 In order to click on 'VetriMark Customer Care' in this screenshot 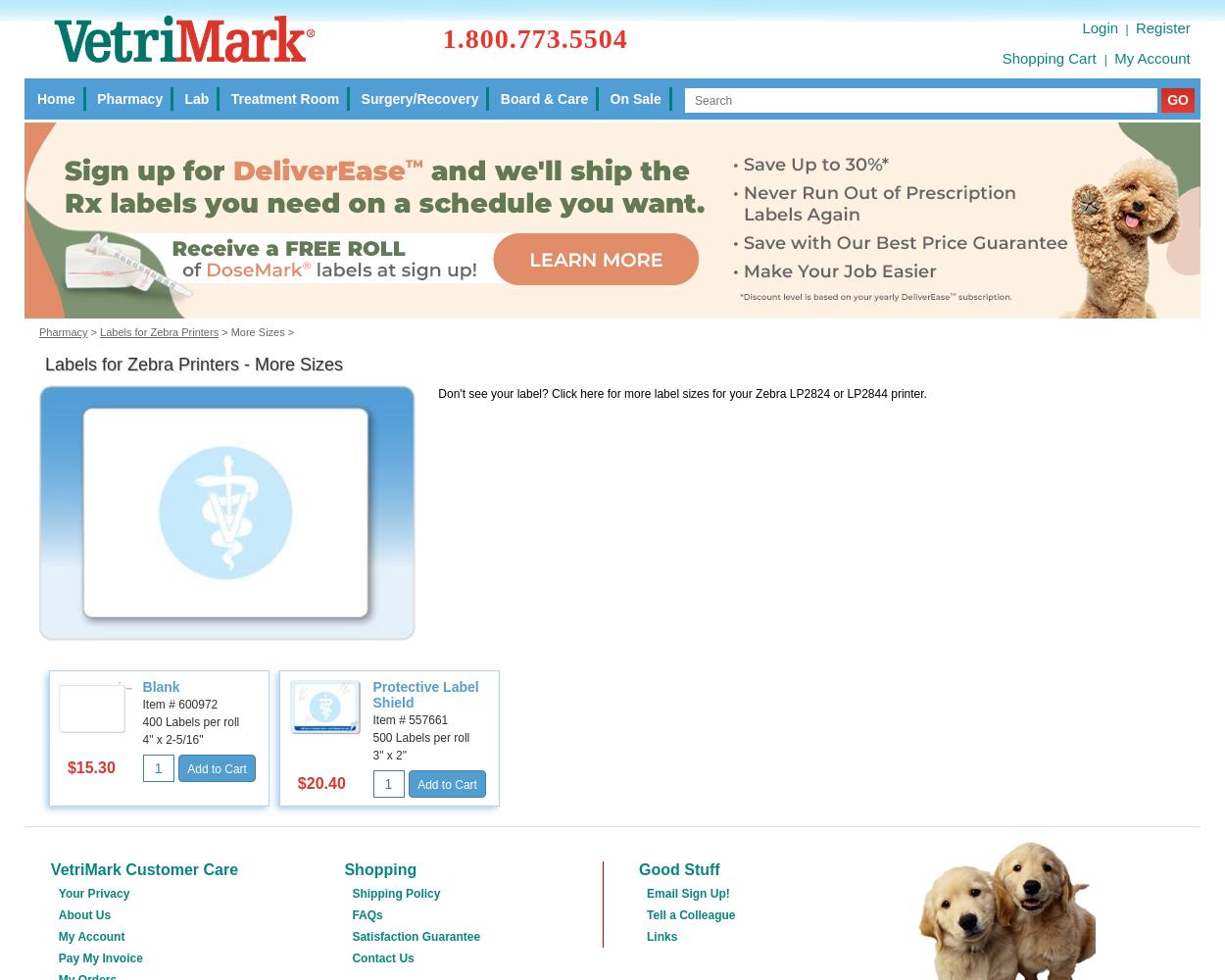, I will do `click(144, 868)`.